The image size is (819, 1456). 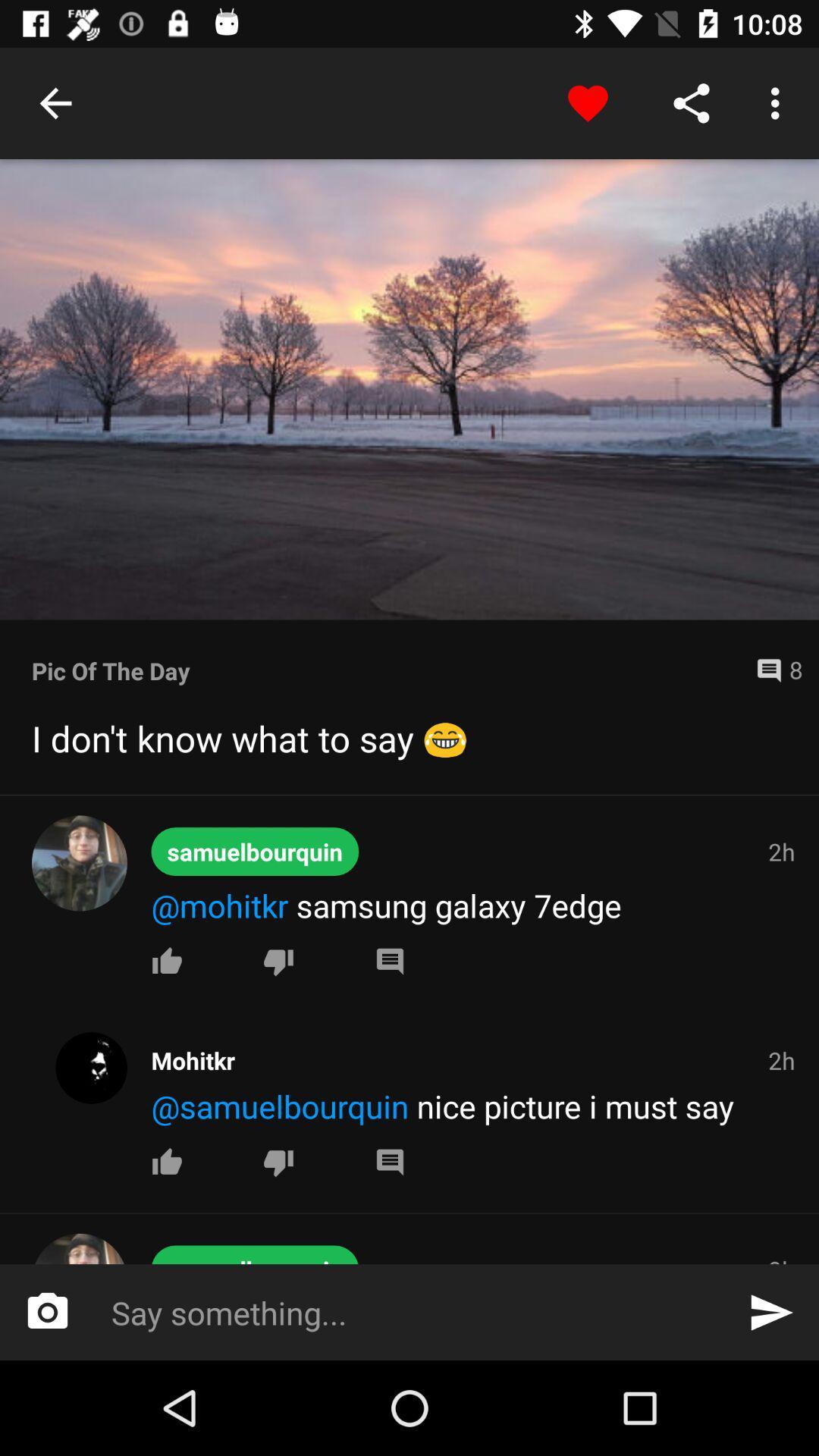 What do you see at coordinates (773, 670) in the screenshot?
I see `icon to the right of pic of the` at bounding box center [773, 670].